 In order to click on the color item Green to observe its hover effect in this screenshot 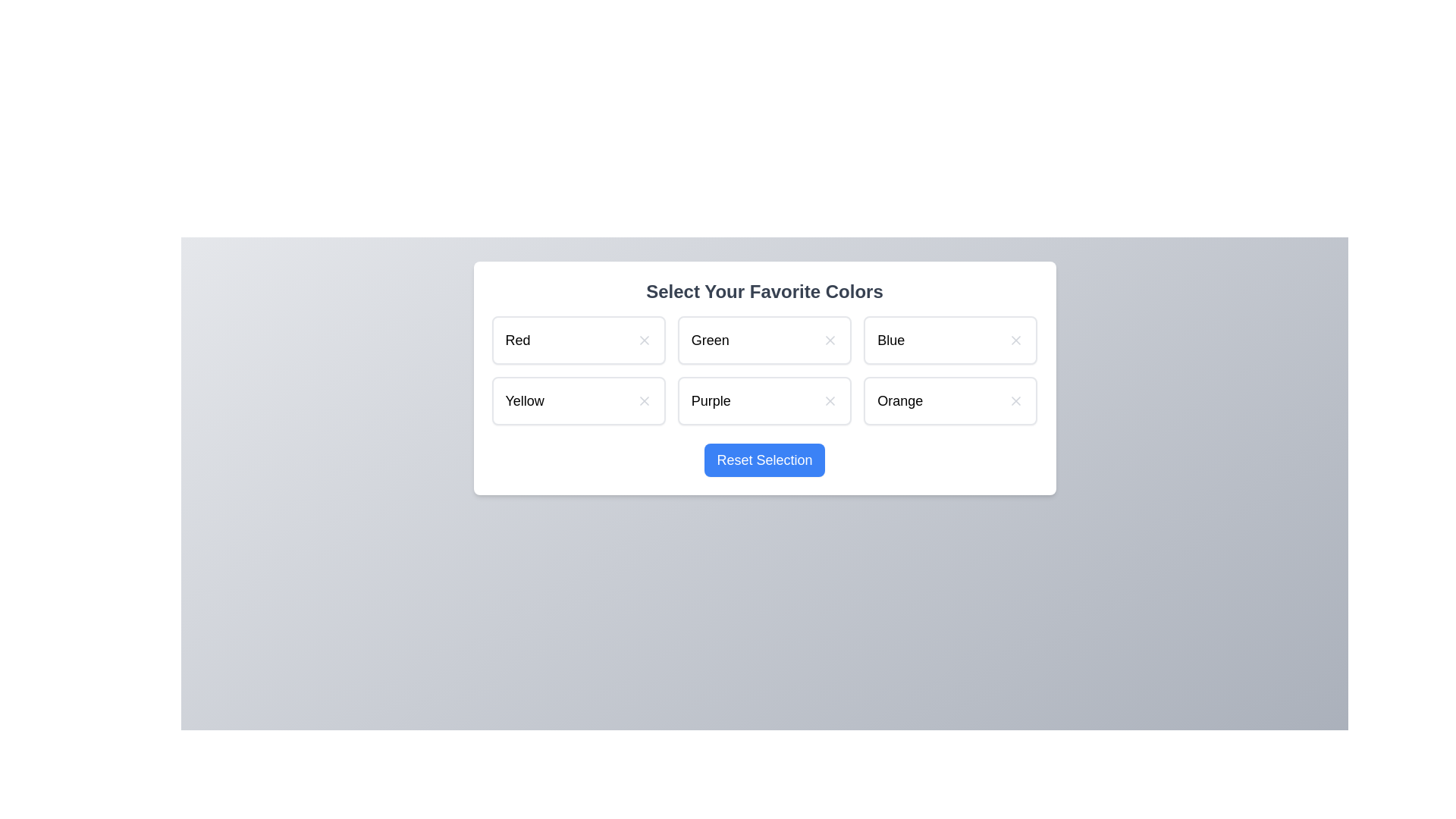, I will do `click(764, 339)`.